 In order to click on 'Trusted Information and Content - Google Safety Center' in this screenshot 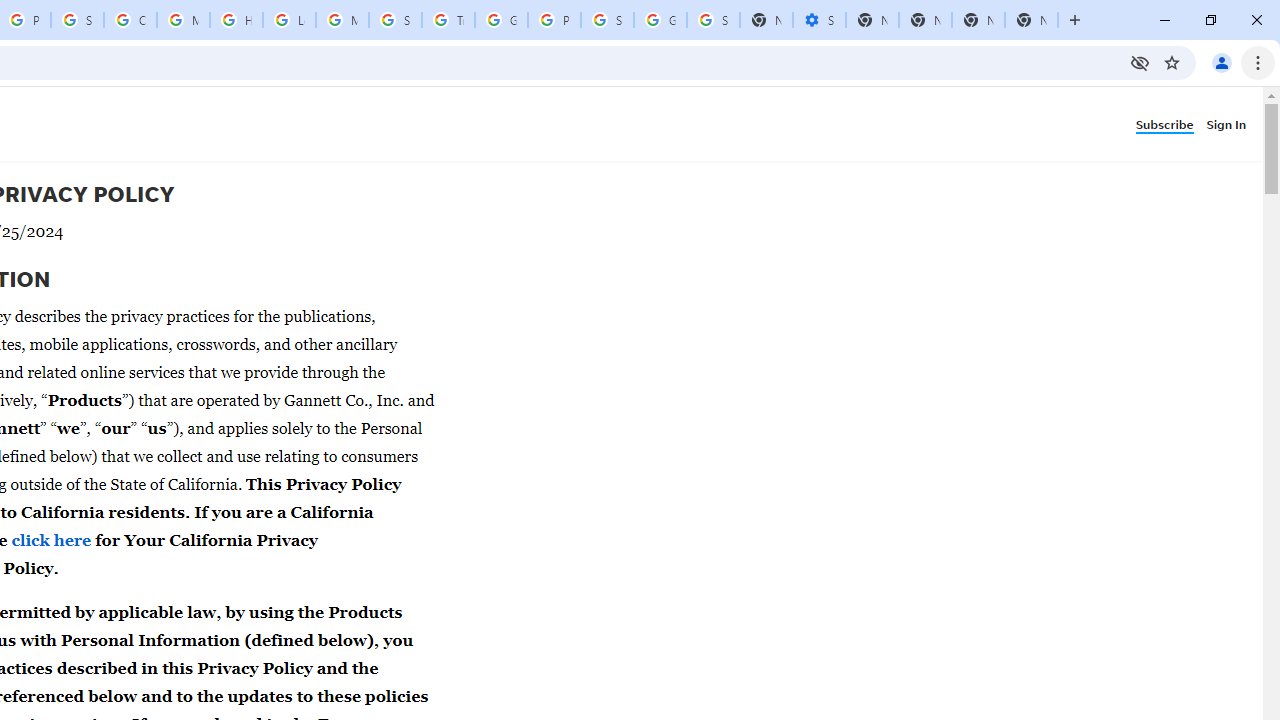, I will do `click(447, 20)`.